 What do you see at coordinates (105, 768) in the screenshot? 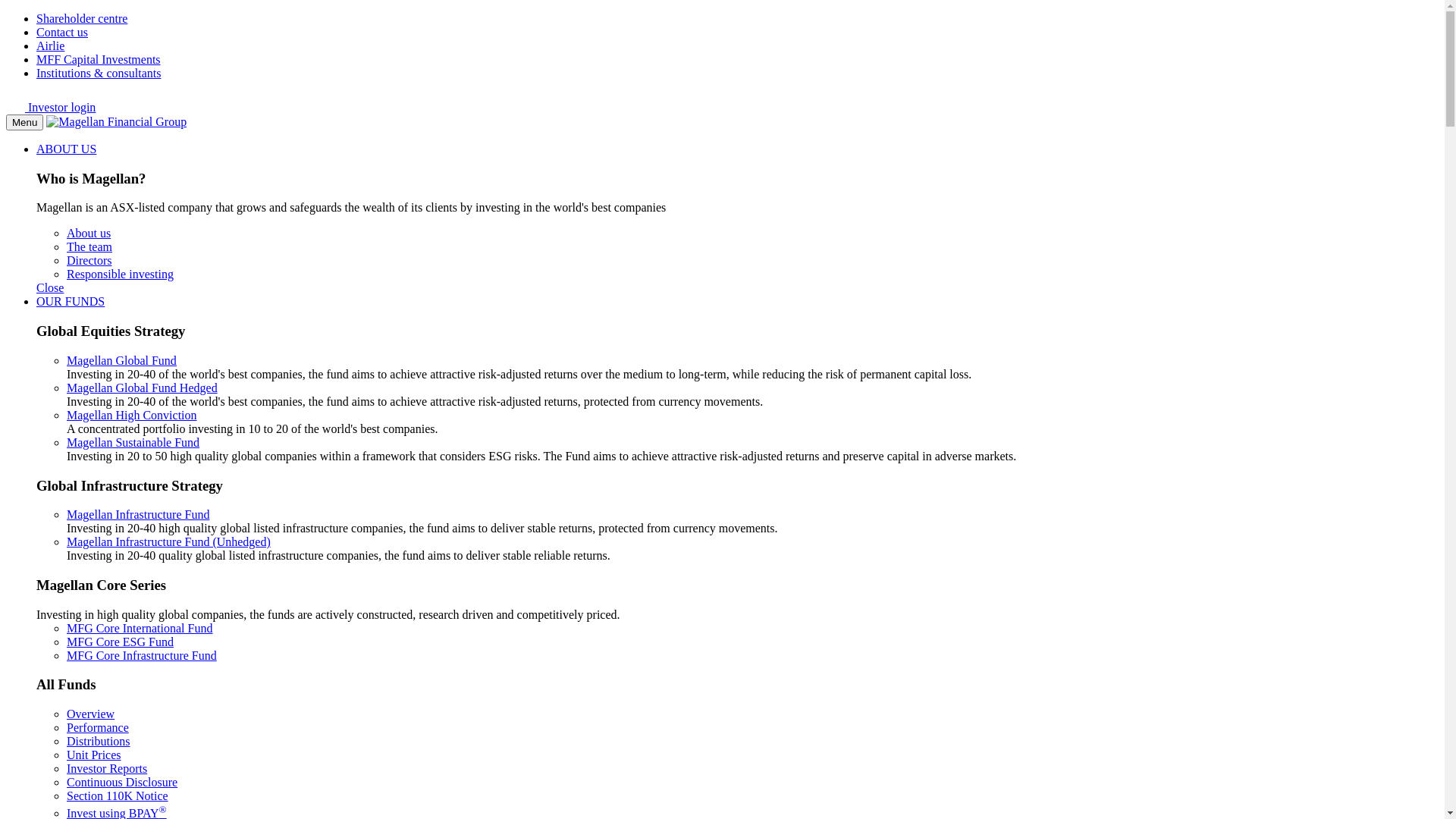
I see `'Investor Reports'` at bounding box center [105, 768].